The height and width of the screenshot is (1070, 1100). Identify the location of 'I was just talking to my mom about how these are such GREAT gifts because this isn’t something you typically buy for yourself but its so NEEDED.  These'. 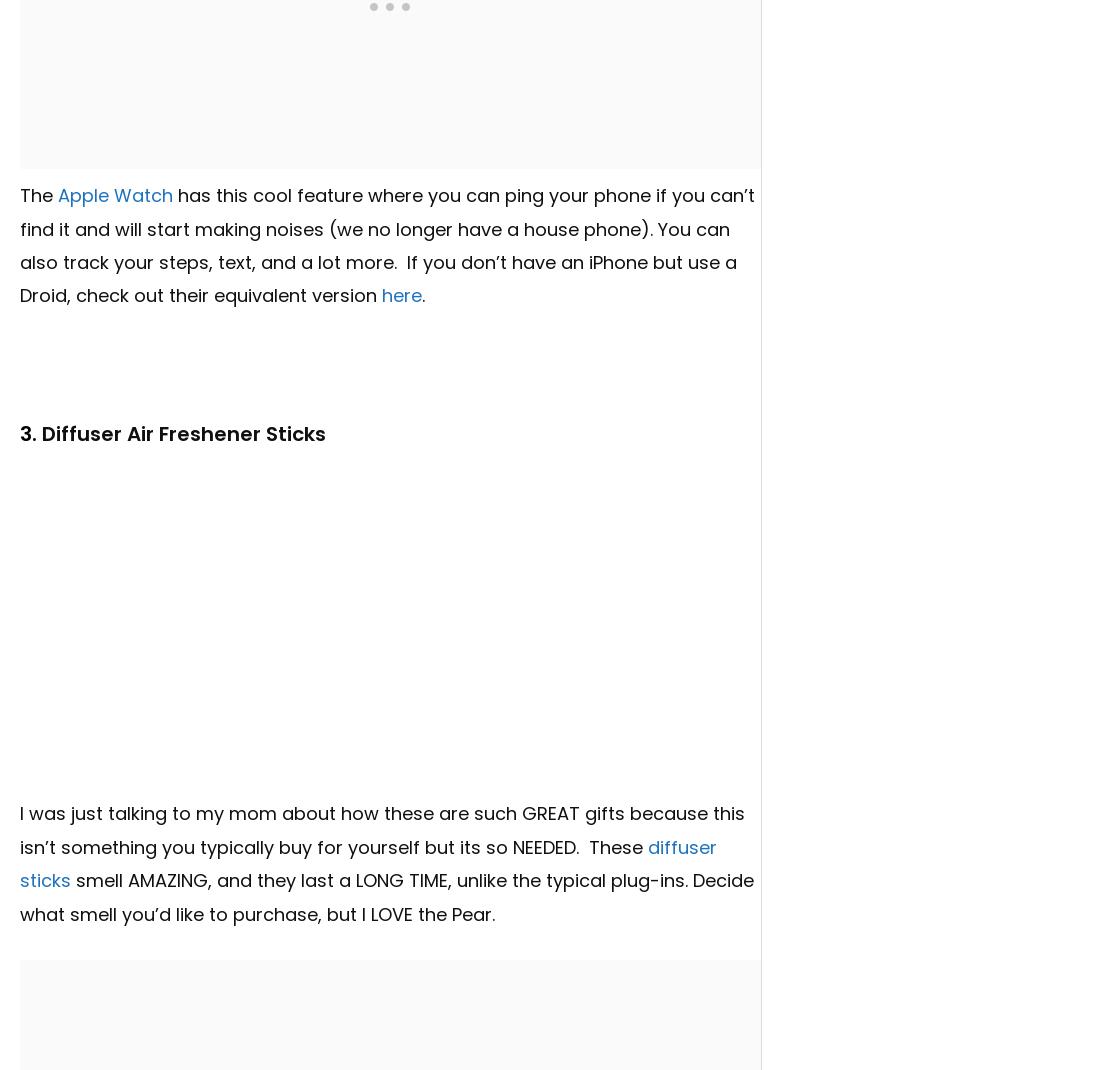
(382, 829).